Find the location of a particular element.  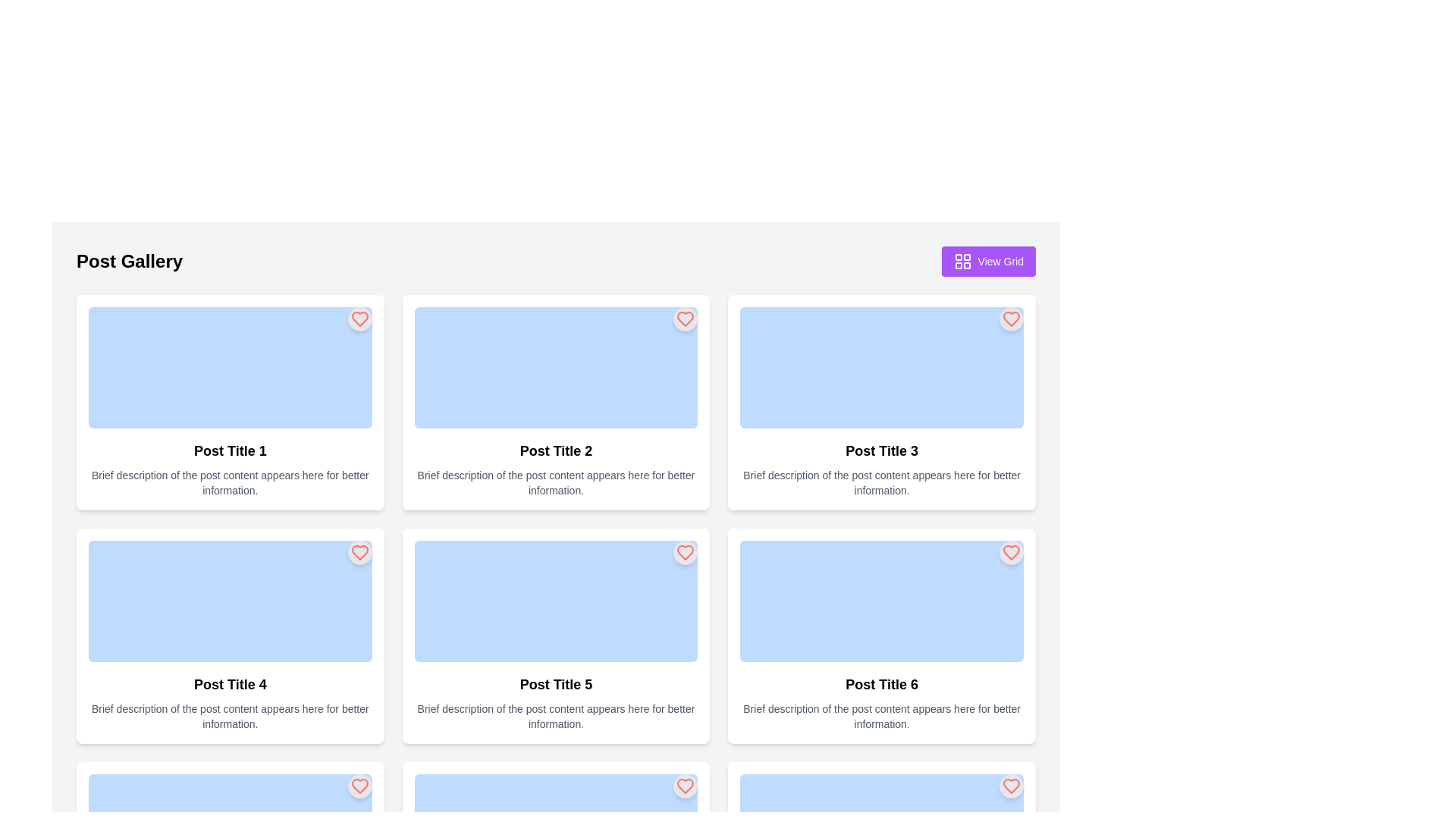

the heart-shaped button located at the top-right corner of the card titled 'Post Title 9', which has a gray background and a red-colored heart is located at coordinates (1012, 786).